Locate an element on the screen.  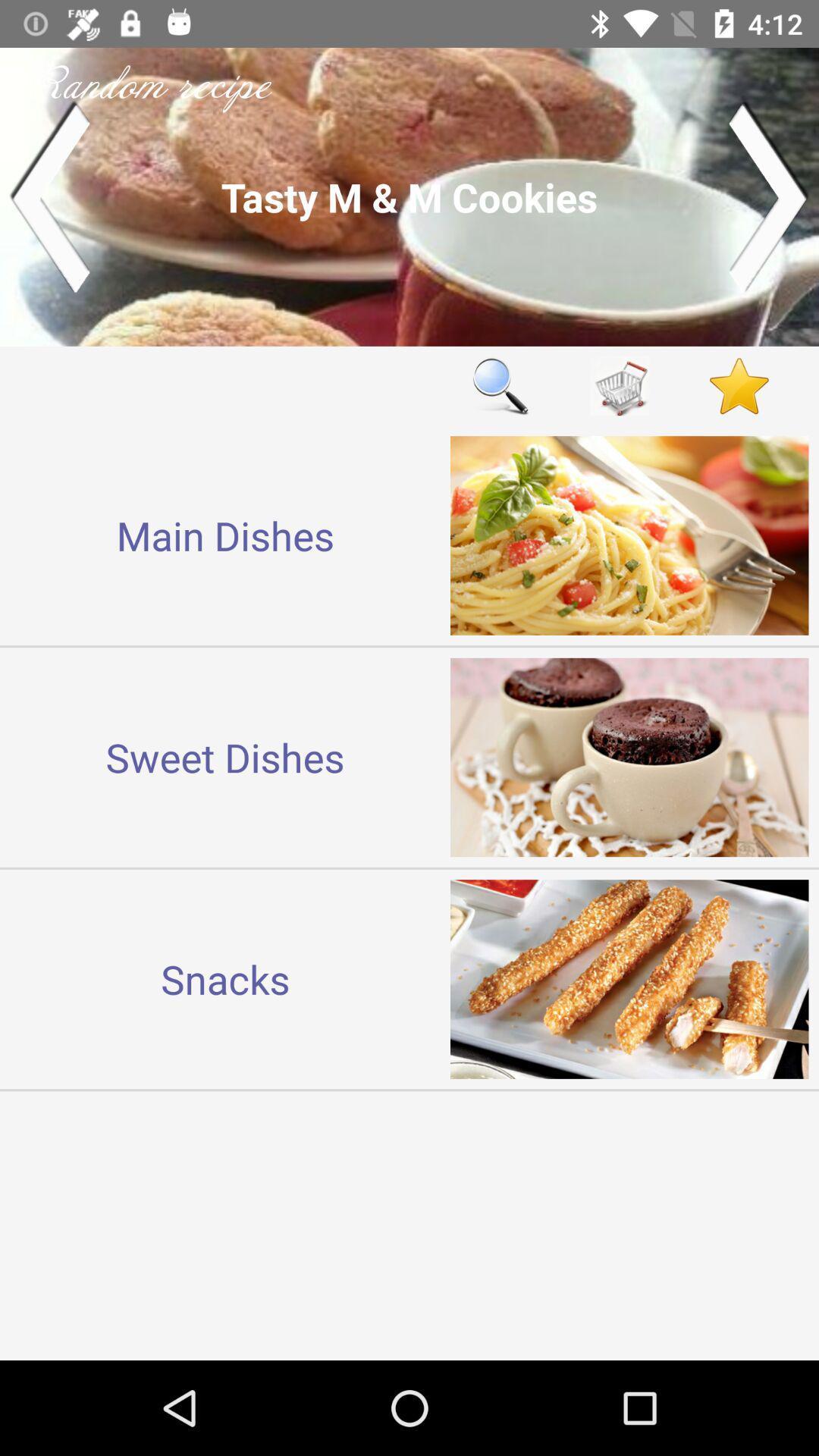
the arrow_backward icon is located at coordinates (49, 196).